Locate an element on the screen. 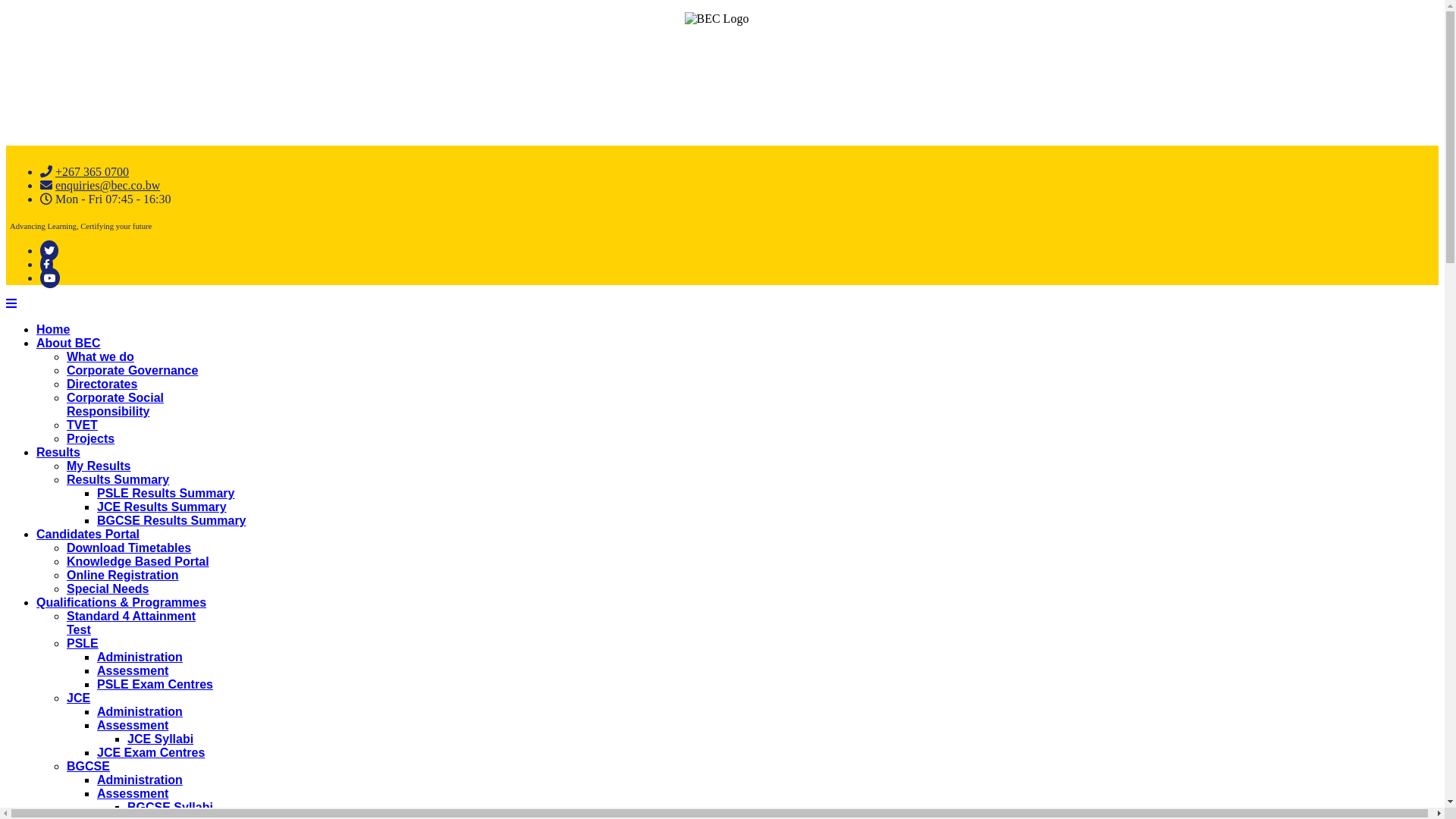  'Results' is located at coordinates (58, 451).